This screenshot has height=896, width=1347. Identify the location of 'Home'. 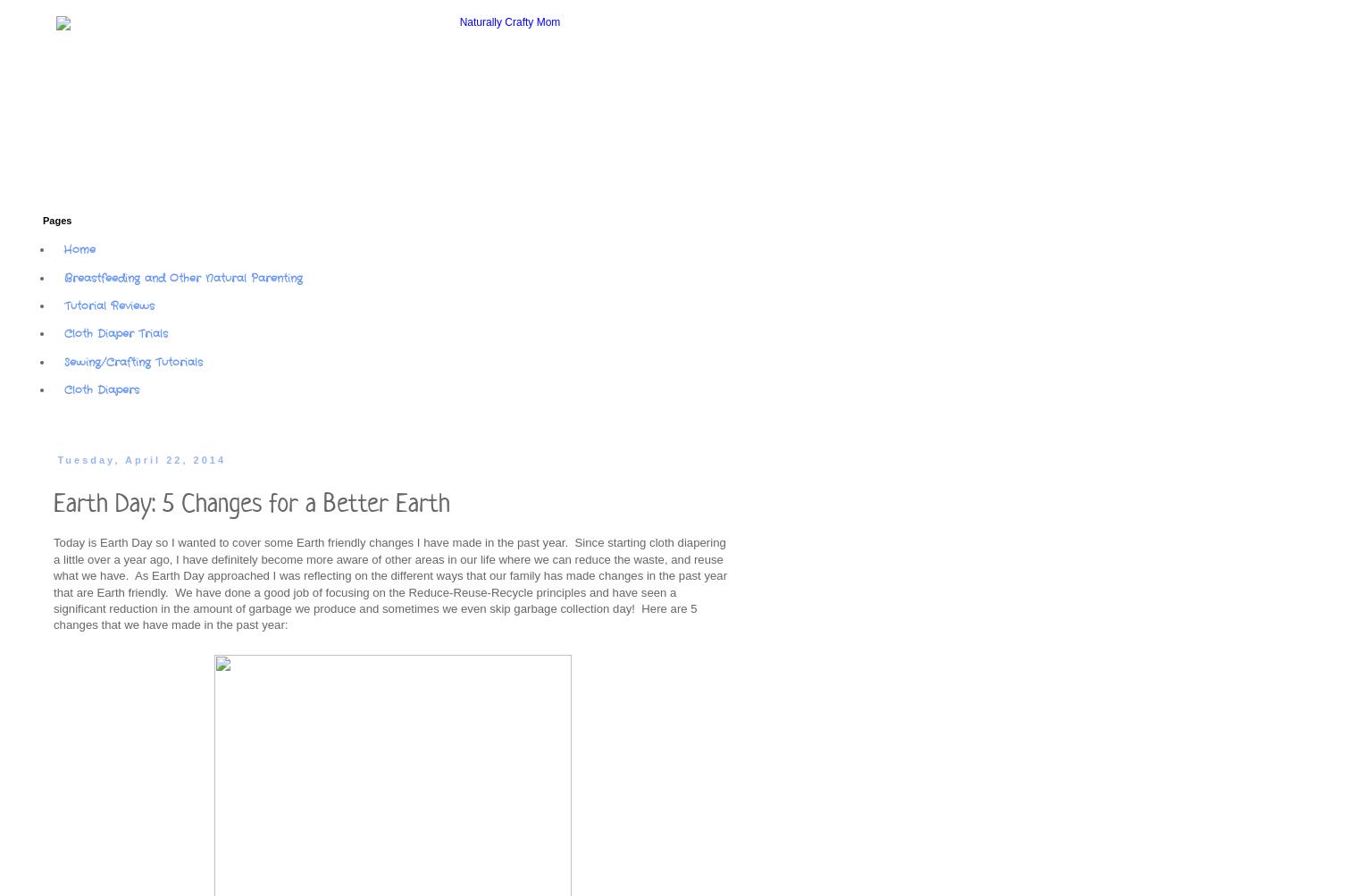
(79, 249).